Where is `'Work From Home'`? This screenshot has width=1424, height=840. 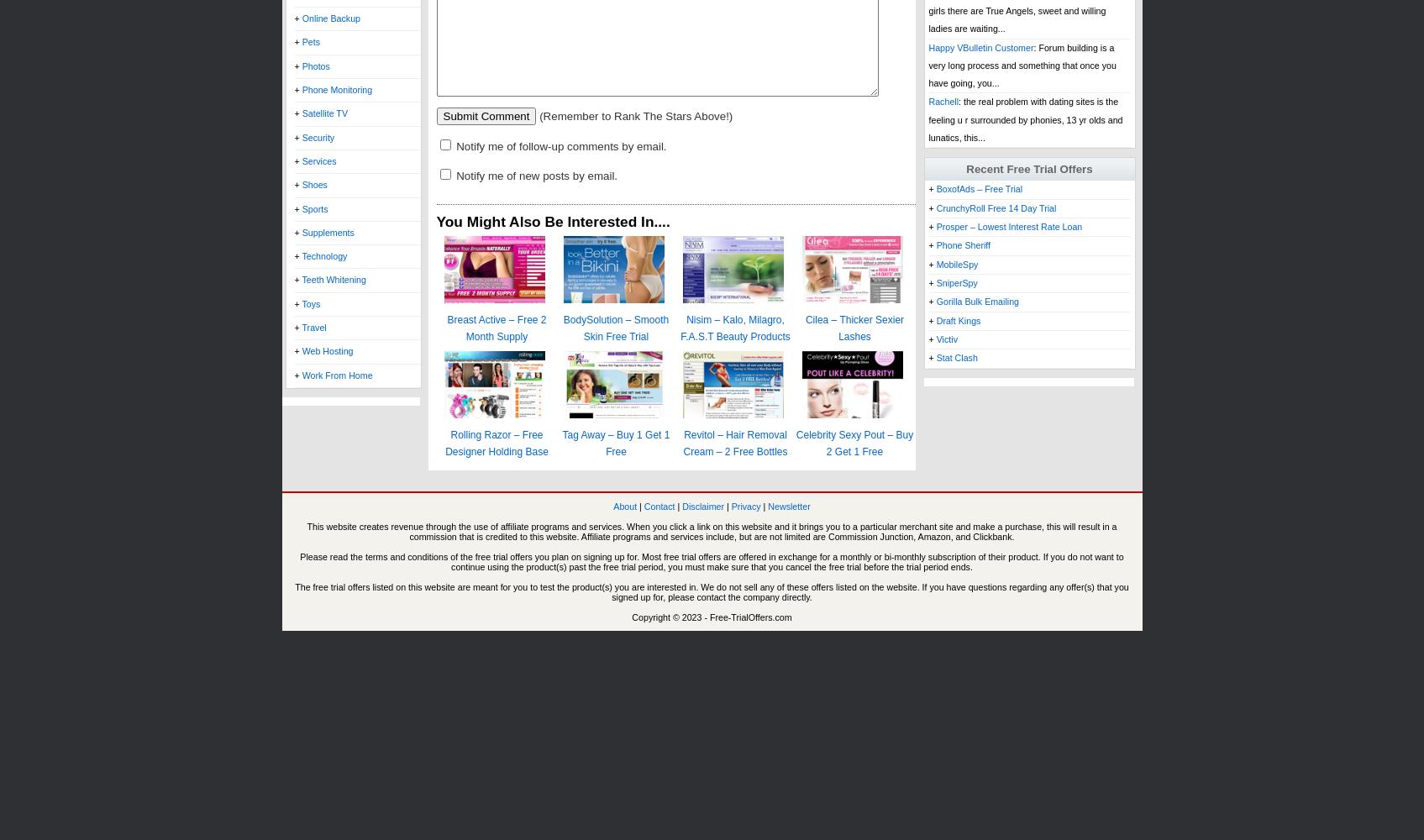 'Work From Home' is located at coordinates (337, 374).